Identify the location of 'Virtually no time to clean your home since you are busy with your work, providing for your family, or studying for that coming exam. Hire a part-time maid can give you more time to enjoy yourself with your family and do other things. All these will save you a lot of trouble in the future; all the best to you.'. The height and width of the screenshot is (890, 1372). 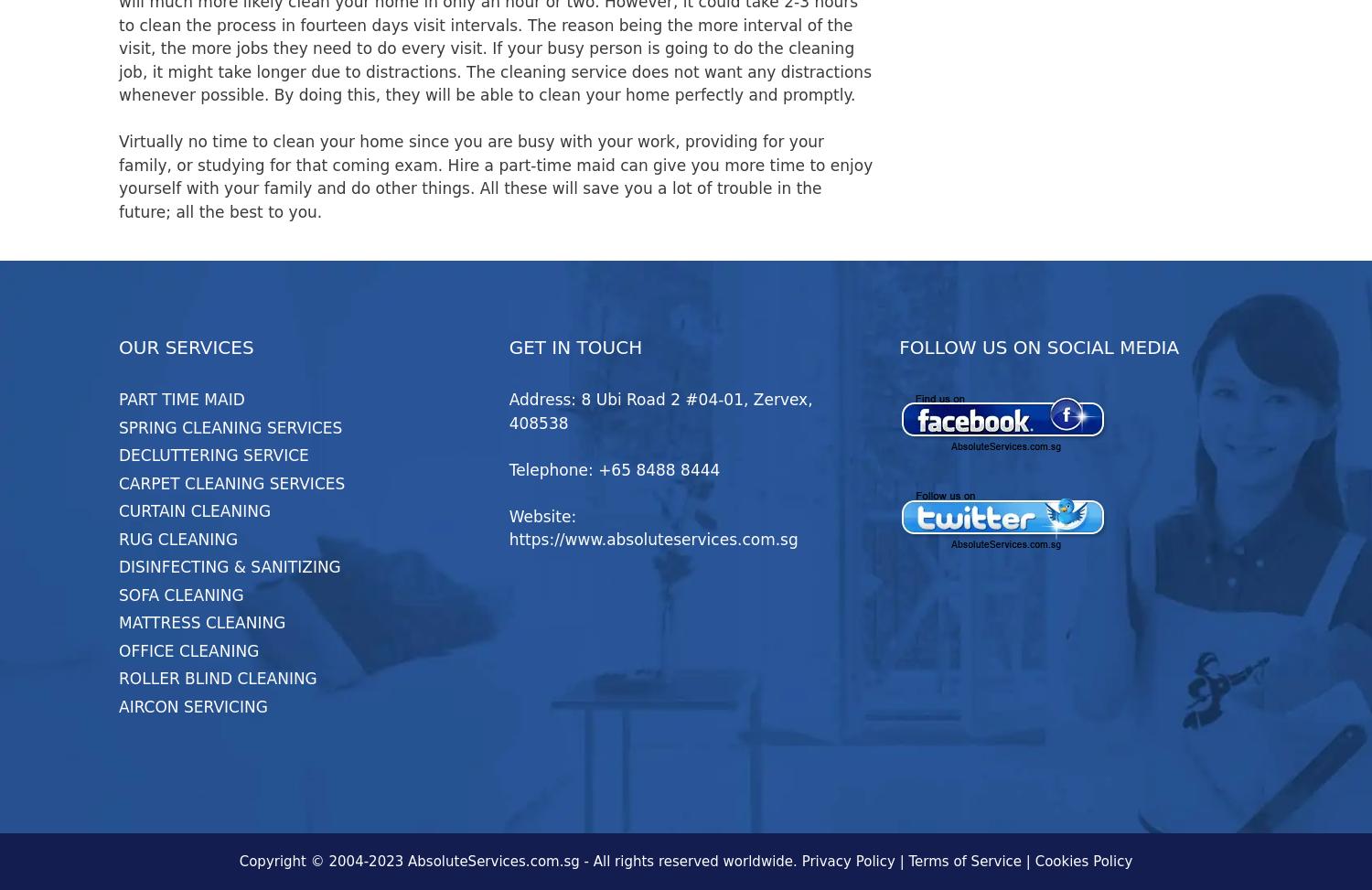
(495, 177).